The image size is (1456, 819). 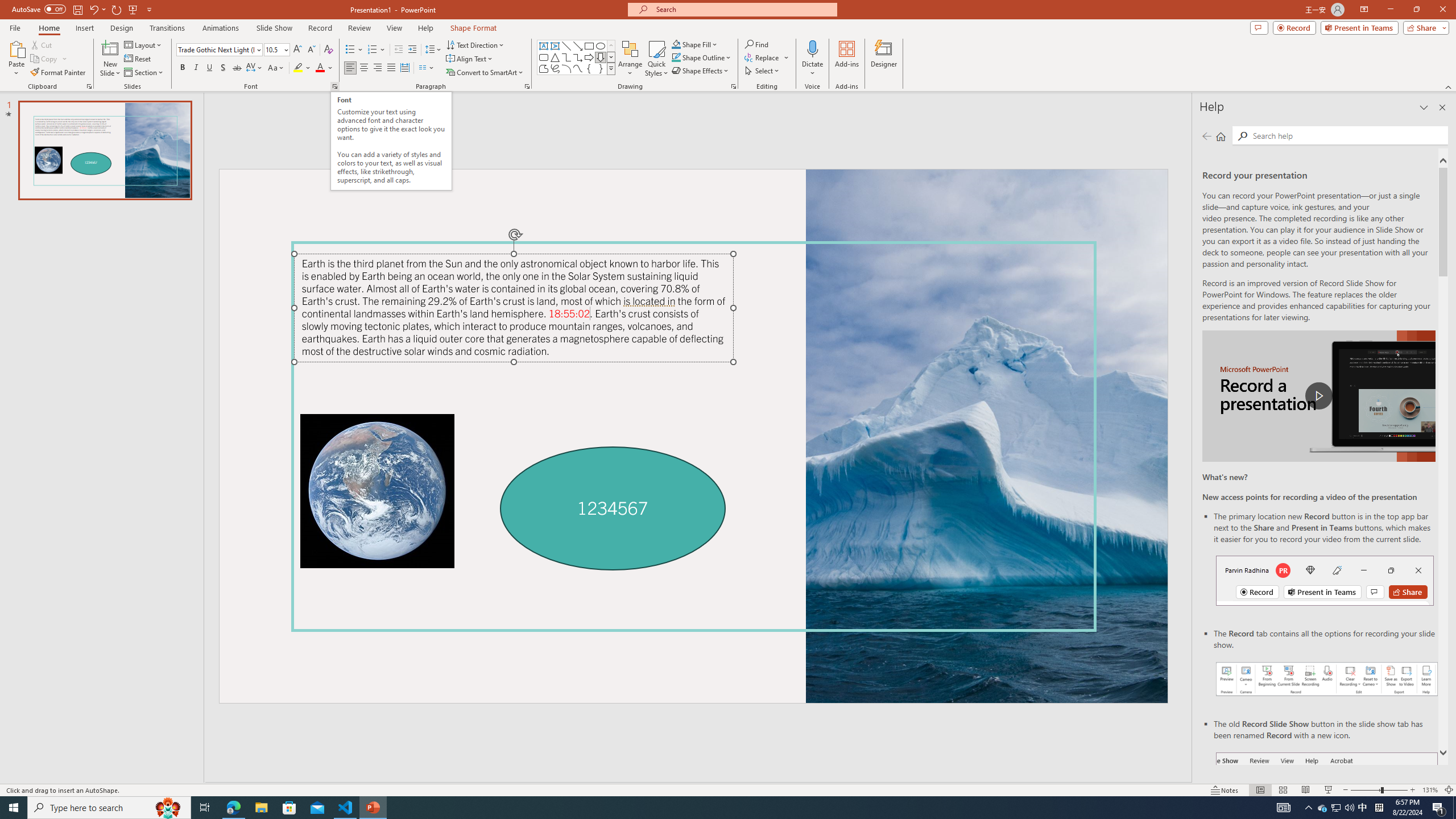 I want to click on 'Numbering', so click(x=377, y=49).